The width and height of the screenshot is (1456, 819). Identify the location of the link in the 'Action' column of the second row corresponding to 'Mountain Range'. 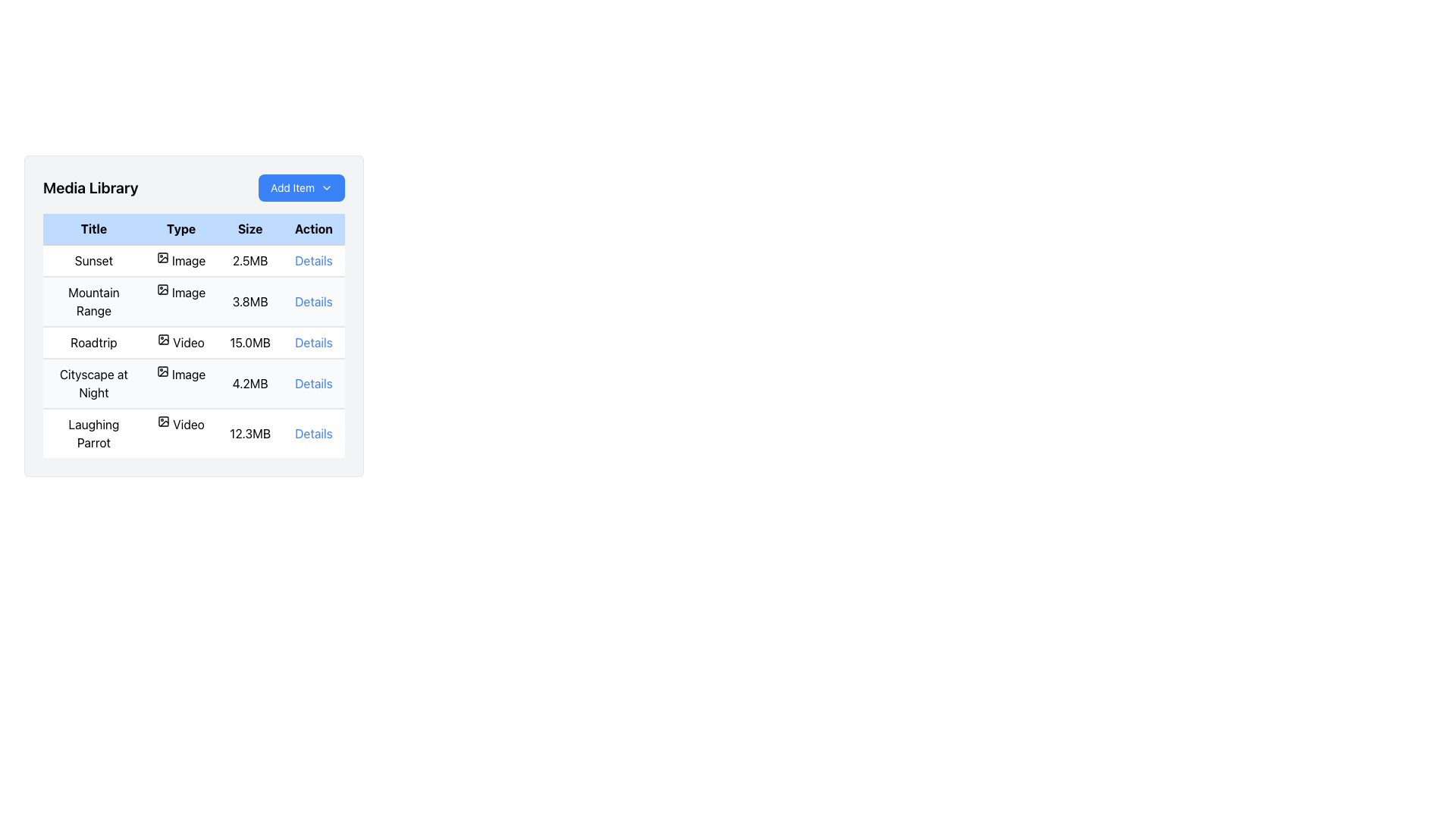
(312, 301).